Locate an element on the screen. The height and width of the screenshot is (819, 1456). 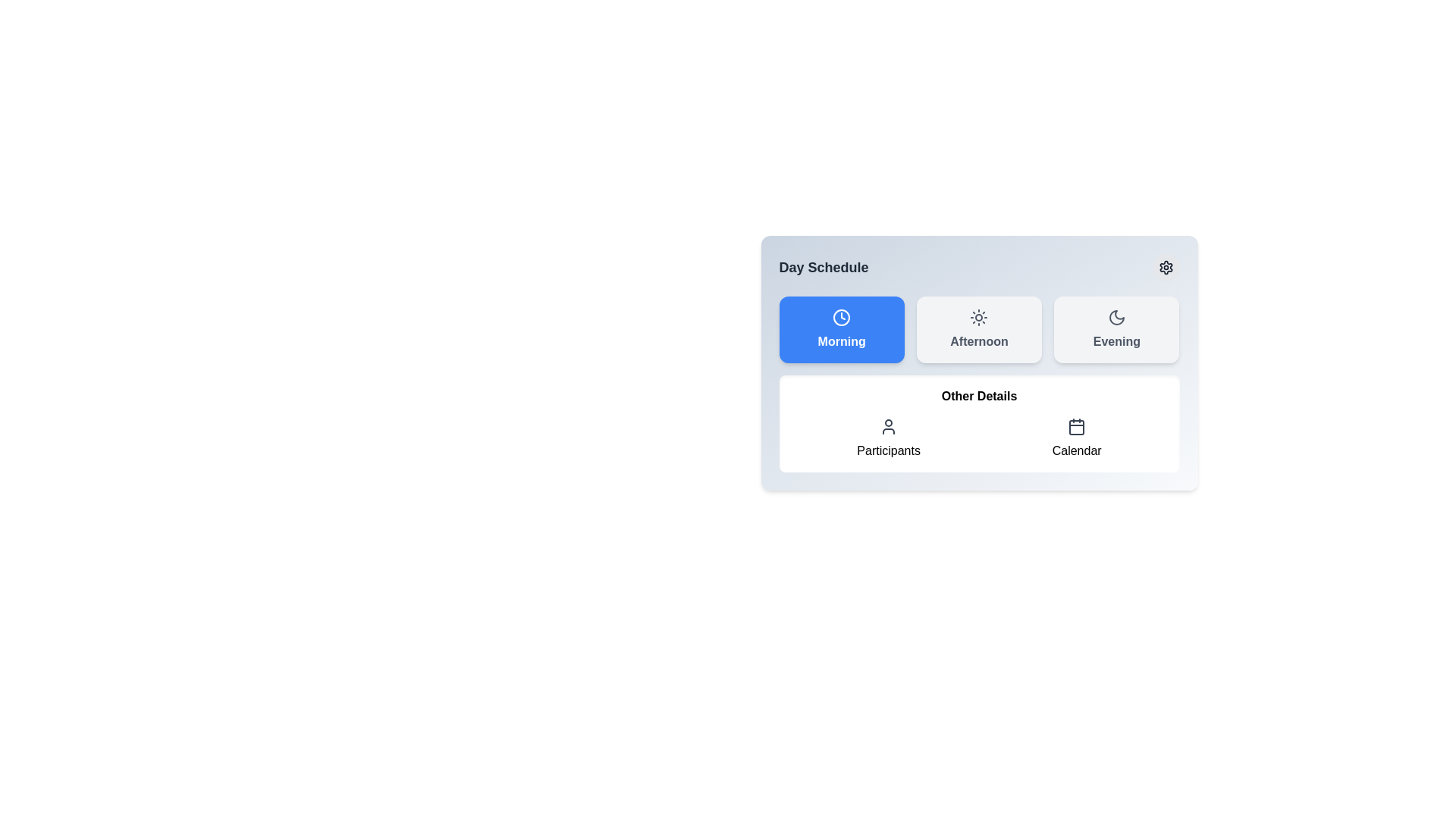
the user profile silhouette SVG icon located above the 'Participants' text label in the 'Other Details' section is located at coordinates (889, 427).